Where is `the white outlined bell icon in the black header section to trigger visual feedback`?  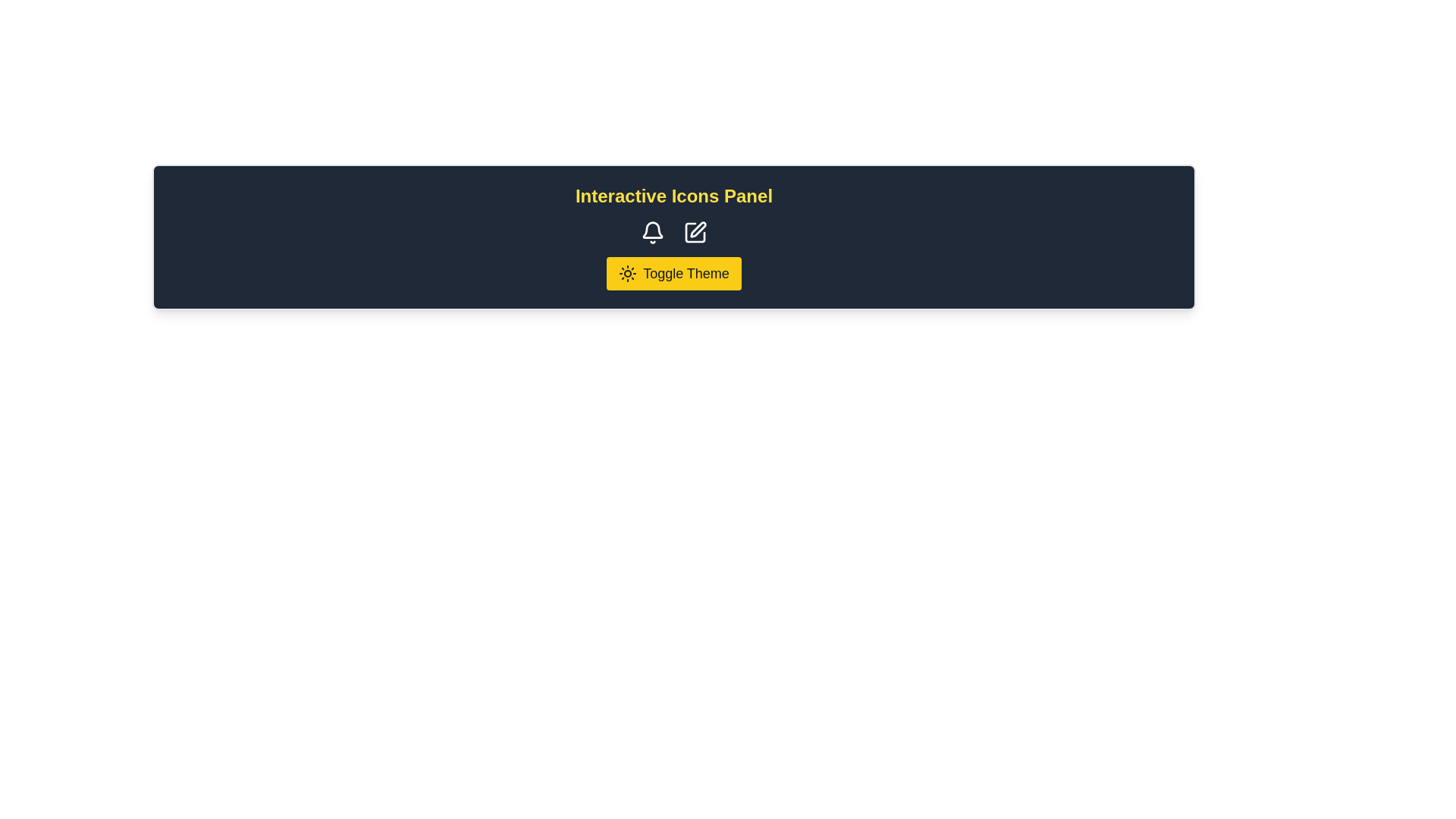 the white outlined bell icon in the black header section to trigger visual feedback is located at coordinates (652, 233).